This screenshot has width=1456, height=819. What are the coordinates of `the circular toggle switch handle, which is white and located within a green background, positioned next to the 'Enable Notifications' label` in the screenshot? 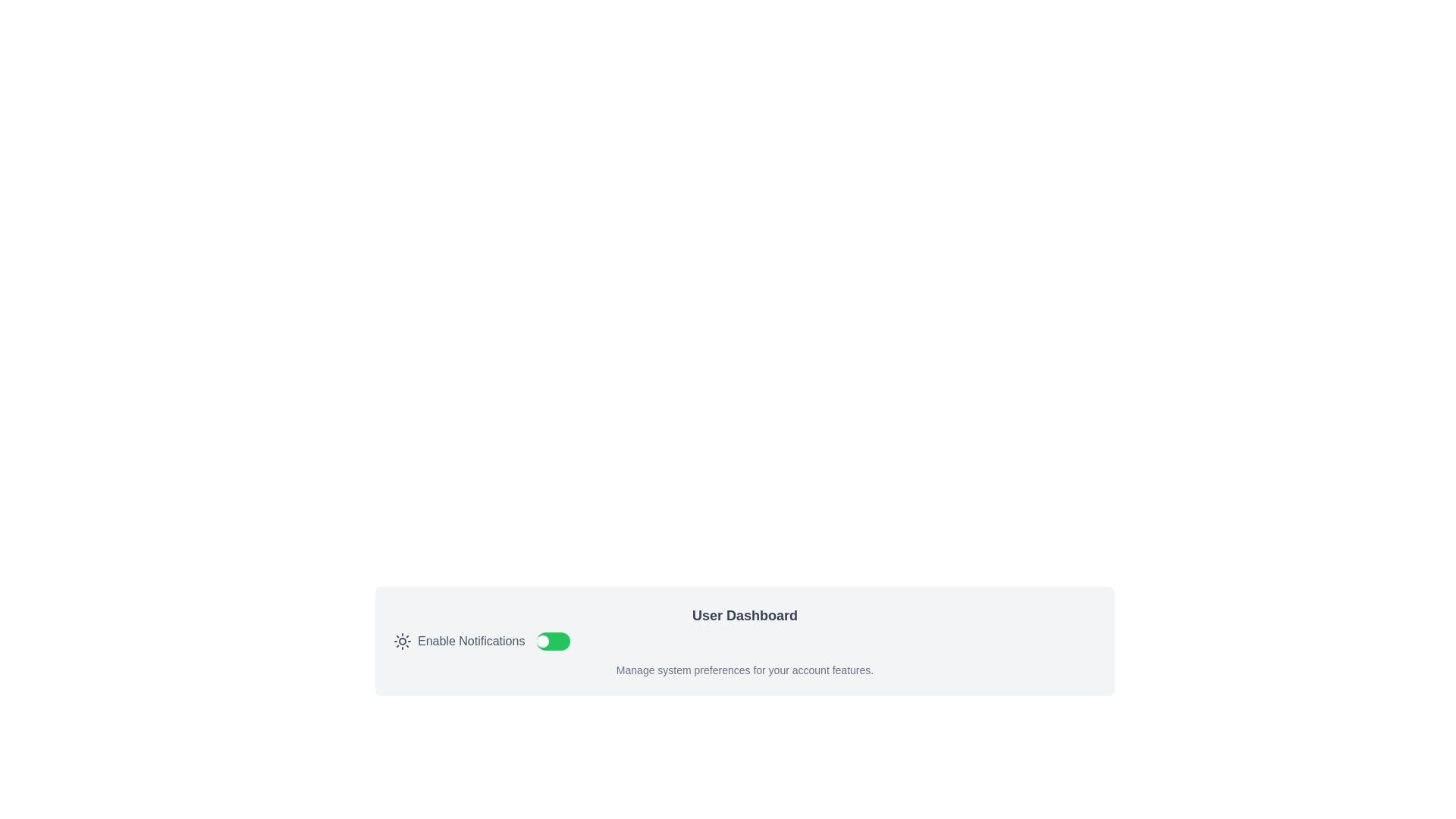 It's located at (543, 641).